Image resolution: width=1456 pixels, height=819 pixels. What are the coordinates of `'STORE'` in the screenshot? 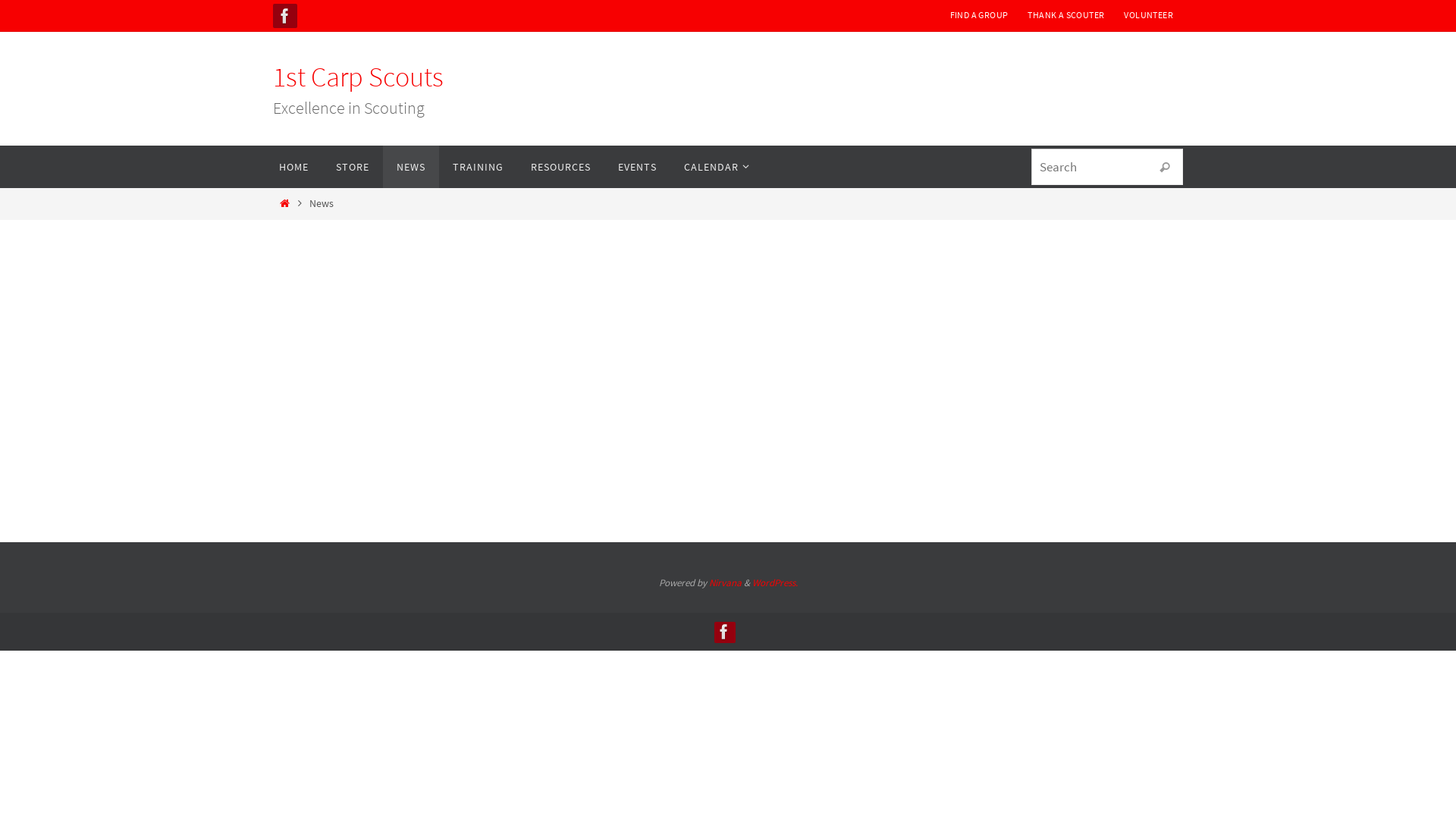 It's located at (352, 166).